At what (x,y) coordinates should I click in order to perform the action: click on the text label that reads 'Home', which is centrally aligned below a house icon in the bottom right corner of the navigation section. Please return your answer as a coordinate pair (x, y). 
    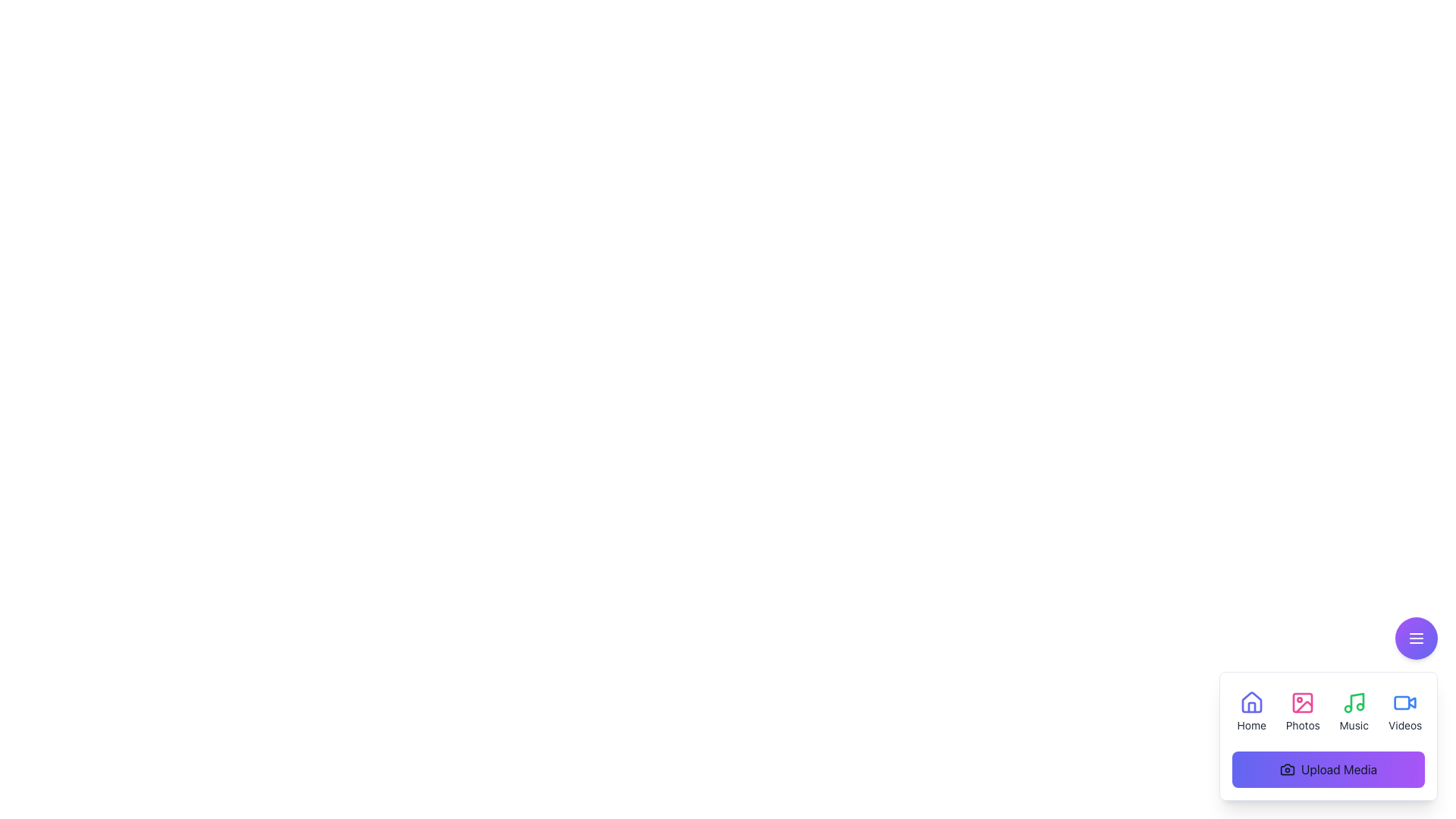
    Looking at the image, I should click on (1251, 724).